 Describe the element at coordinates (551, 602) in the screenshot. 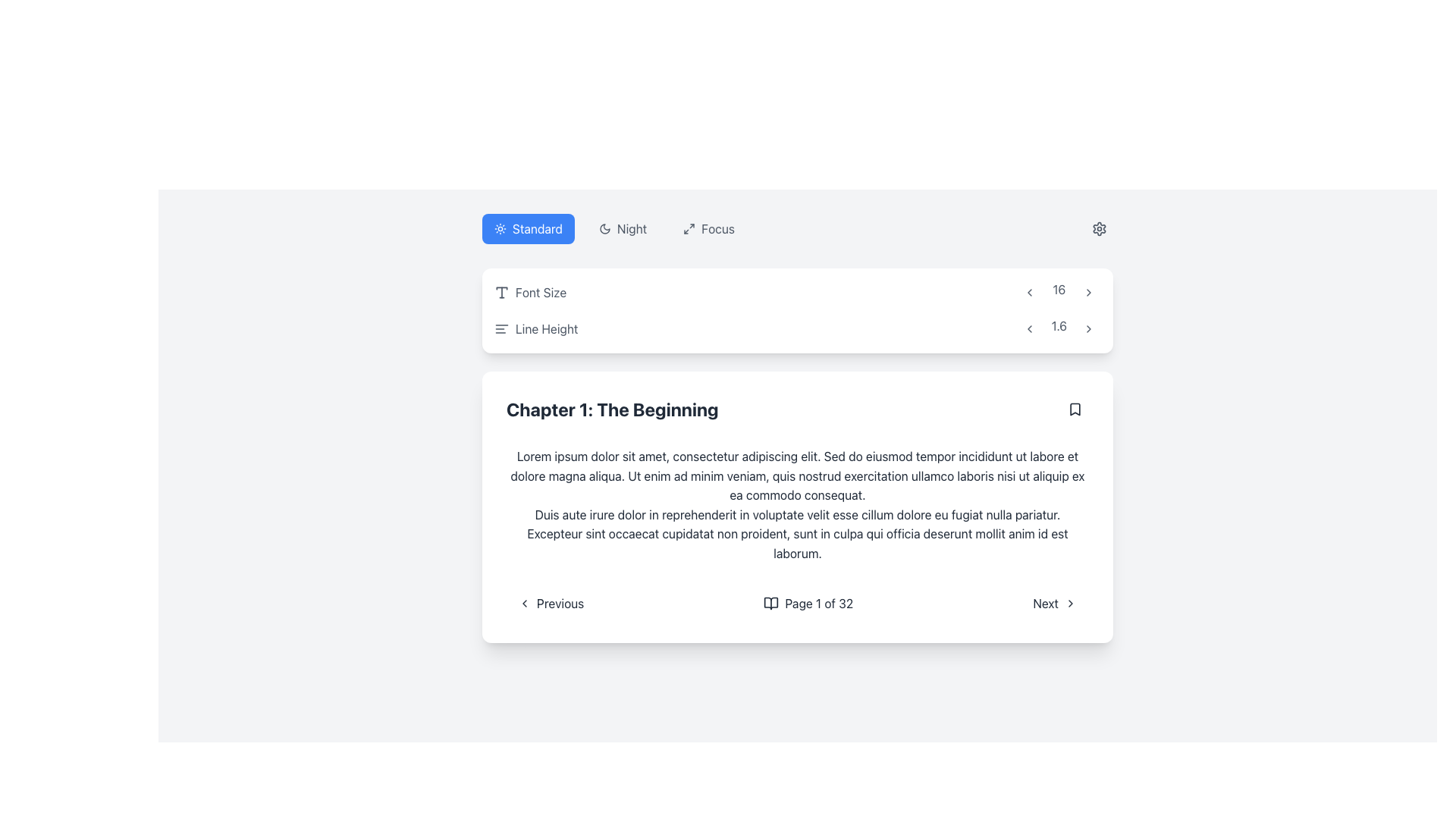

I see `the 'Previous' button, which is a horizontally aligned button with a leftward arrow icon and the text 'Previous'` at that location.